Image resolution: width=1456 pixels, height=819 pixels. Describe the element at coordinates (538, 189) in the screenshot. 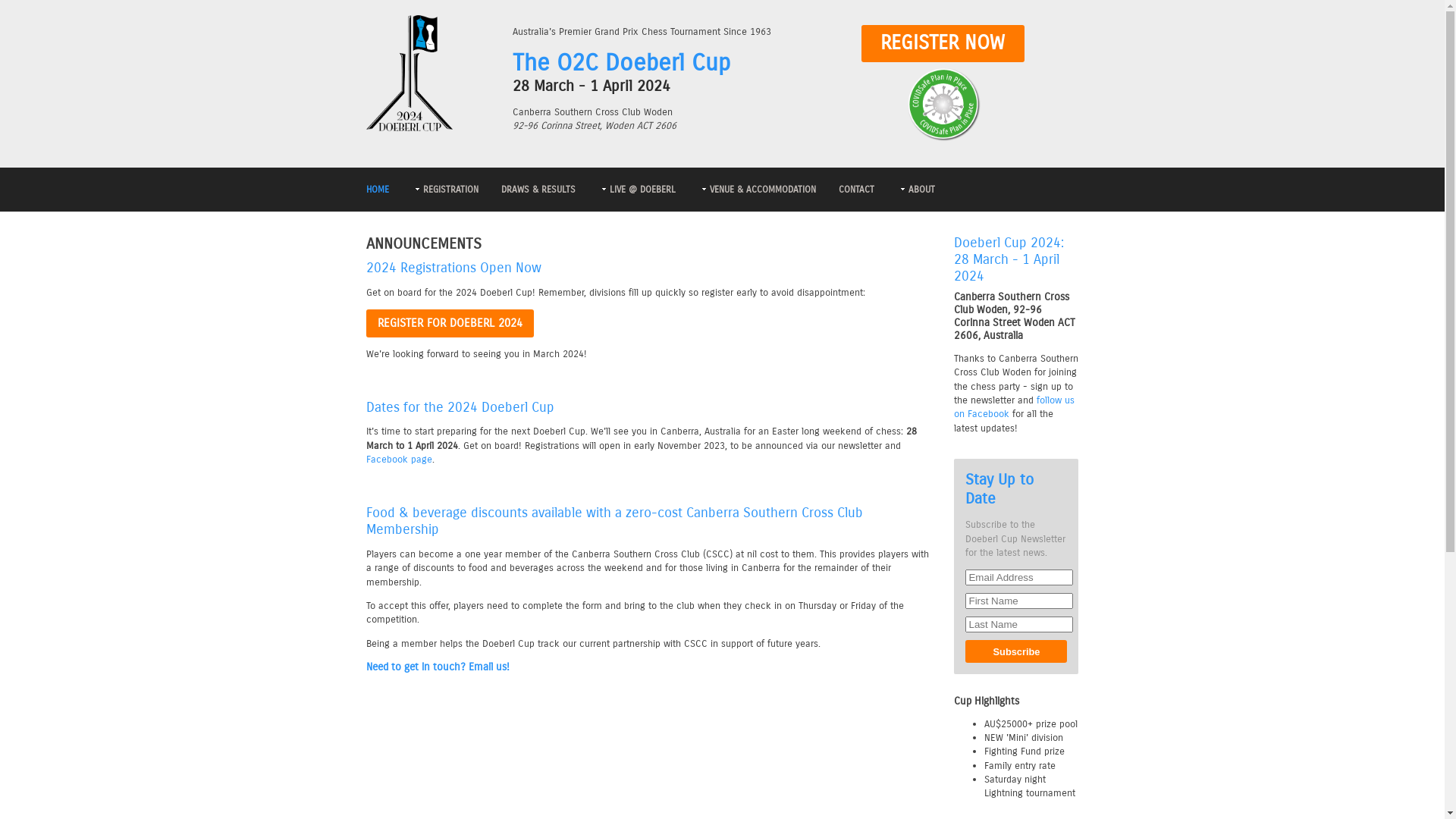

I see `'DRAWS & RESULTS'` at that location.